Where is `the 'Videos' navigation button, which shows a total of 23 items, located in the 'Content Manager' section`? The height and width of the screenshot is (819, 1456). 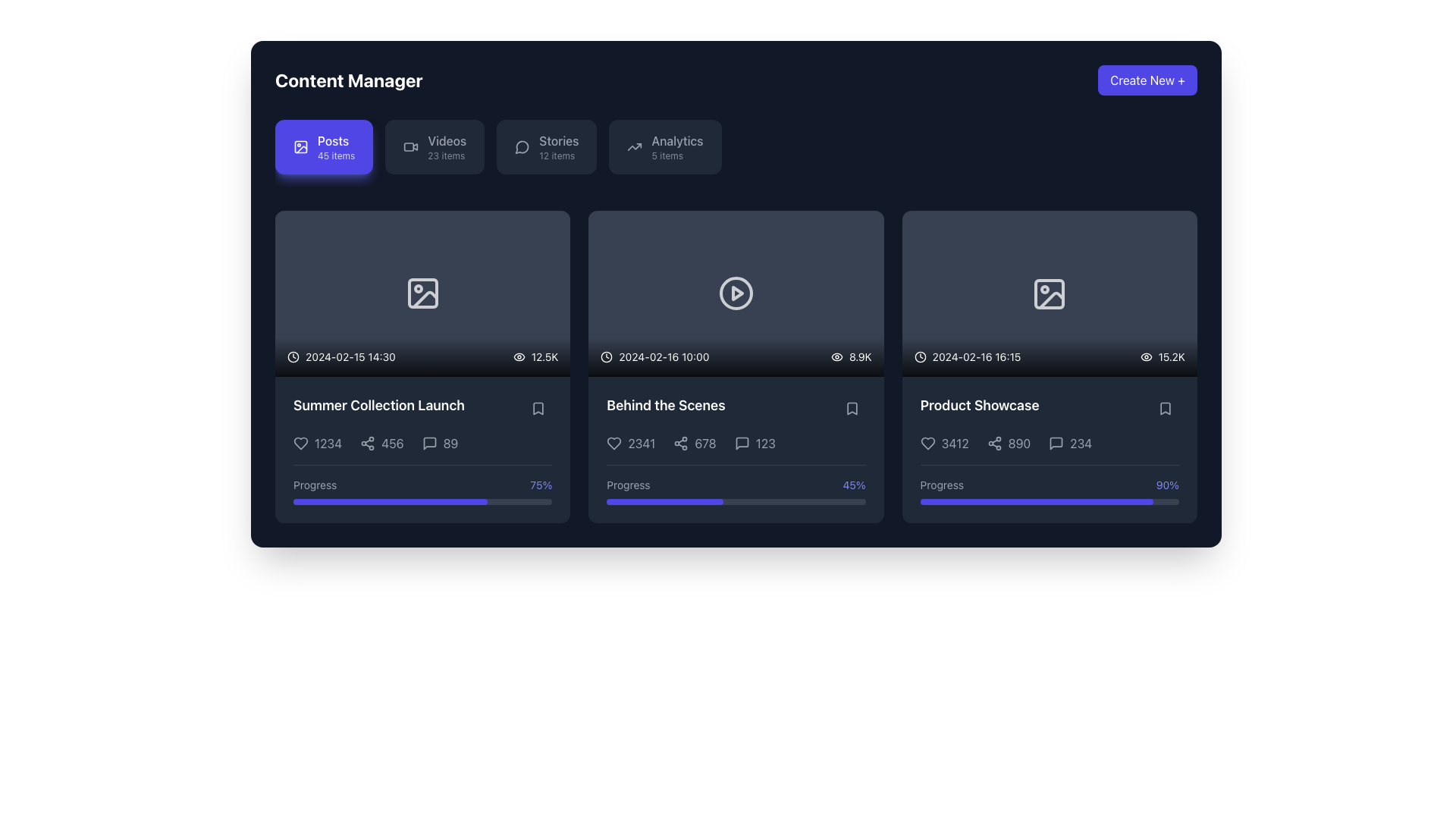
the 'Videos' navigation button, which shows a total of 23 items, located in the 'Content Manager' section is located at coordinates (446, 146).